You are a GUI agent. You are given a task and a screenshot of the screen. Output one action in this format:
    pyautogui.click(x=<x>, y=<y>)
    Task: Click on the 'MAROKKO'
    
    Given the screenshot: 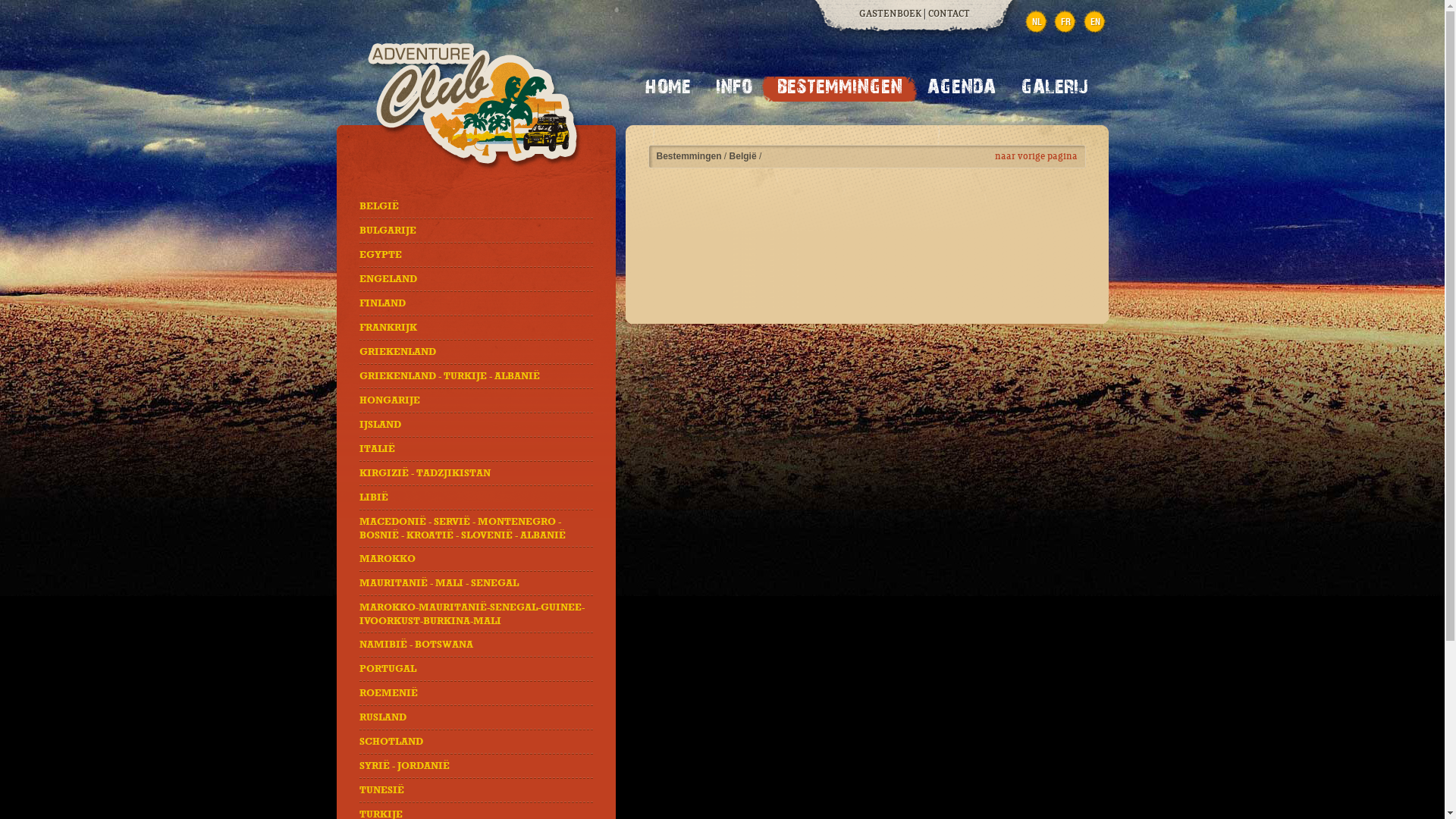 What is the action you would take?
    pyautogui.click(x=387, y=558)
    